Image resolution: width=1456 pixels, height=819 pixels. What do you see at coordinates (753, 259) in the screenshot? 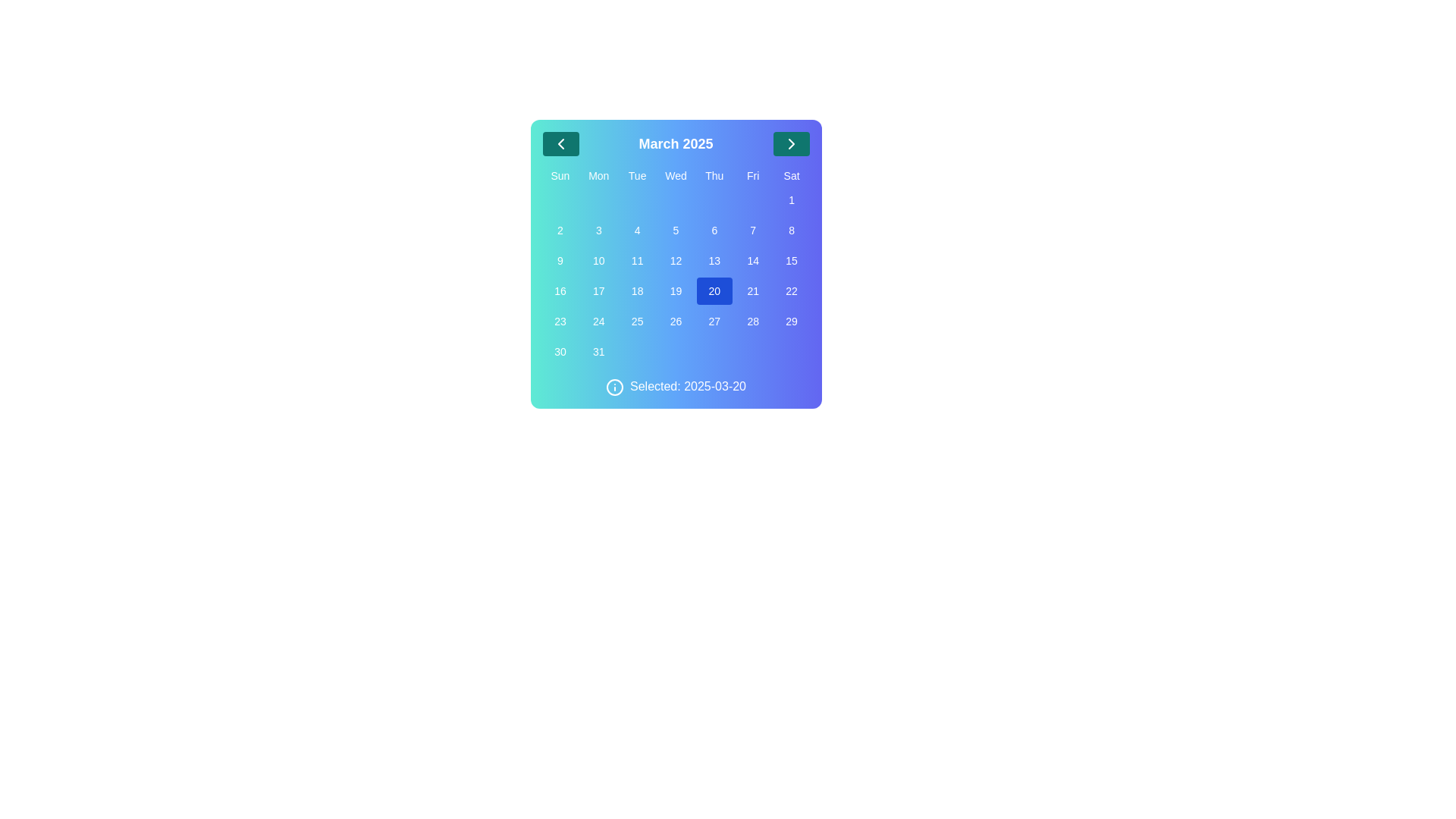
I see `the calendar day selection button located in the 7th column of the 3rd row of the grid layout` at bounding box center [753, 259].